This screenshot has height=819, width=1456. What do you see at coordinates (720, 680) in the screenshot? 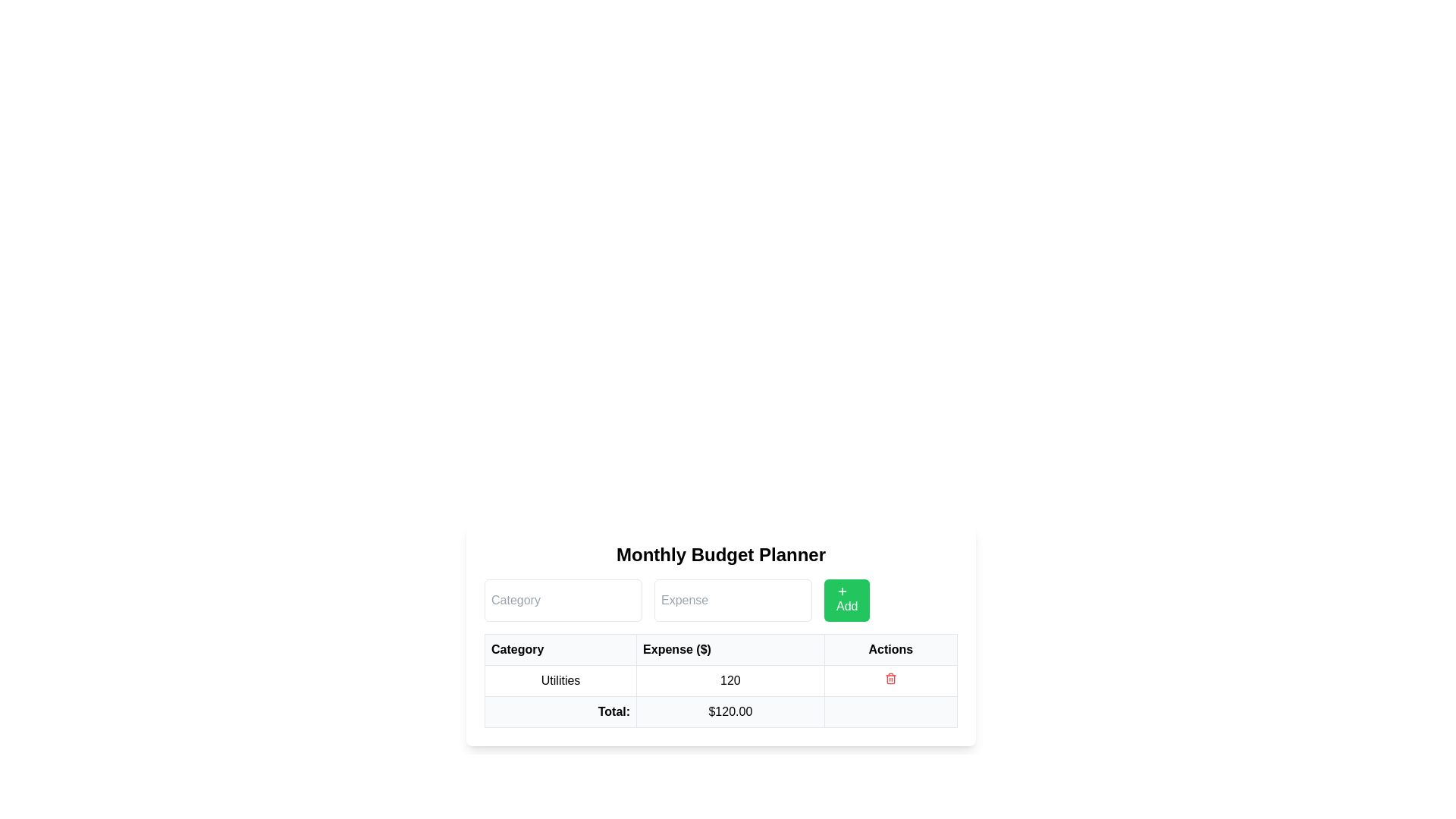
I see `the Text label displaying the expense amount for the 'Utilities' category in the second column of the table under 'Category Expense ($) Actions'` at bounding box center [720, 680].